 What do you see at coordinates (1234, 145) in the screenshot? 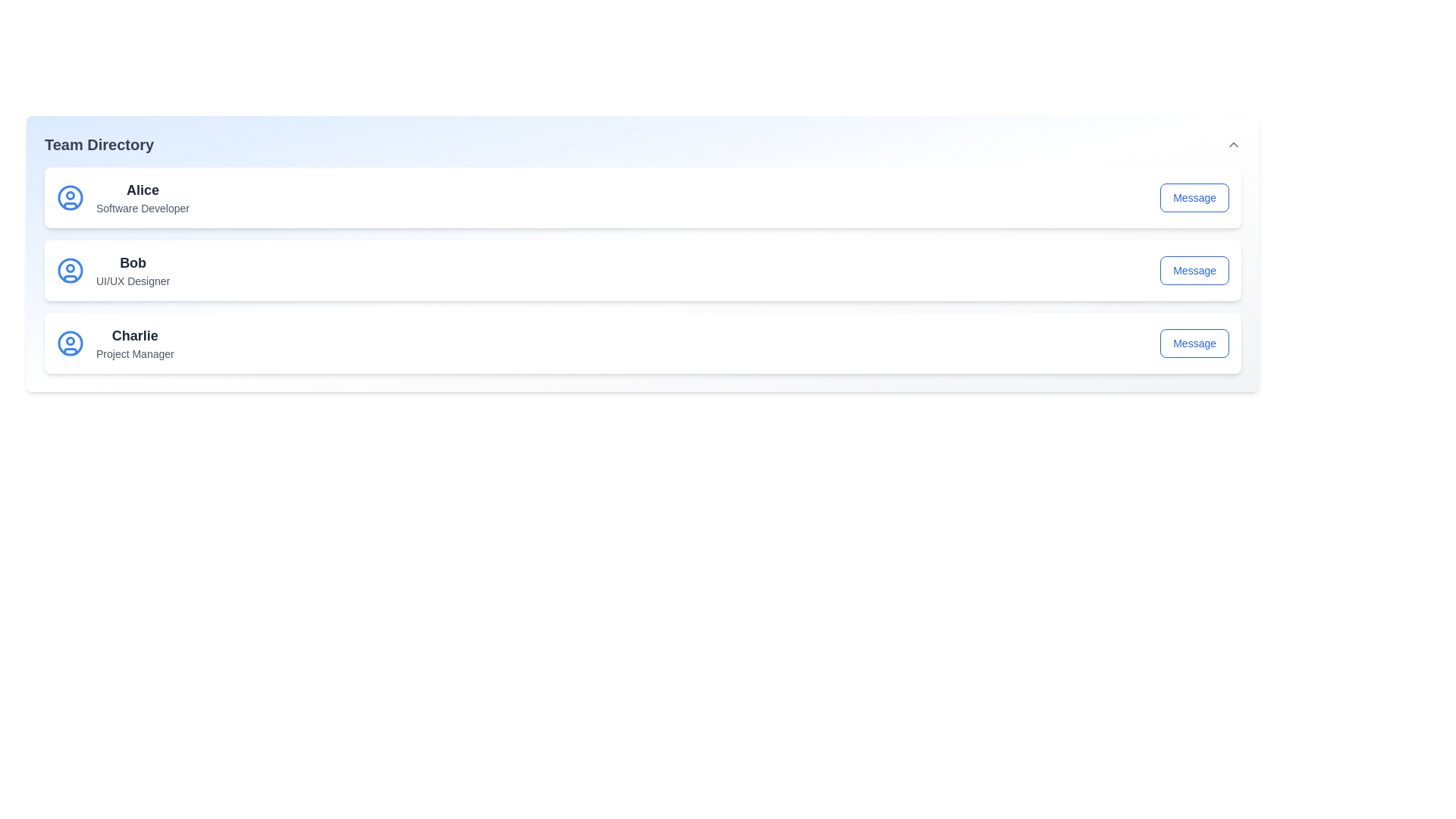
I see `the collapse button located at the far-right end of the header bar for the 'Team Directory' section to minimize or hide its contents` at bounding box center [1234, 145].